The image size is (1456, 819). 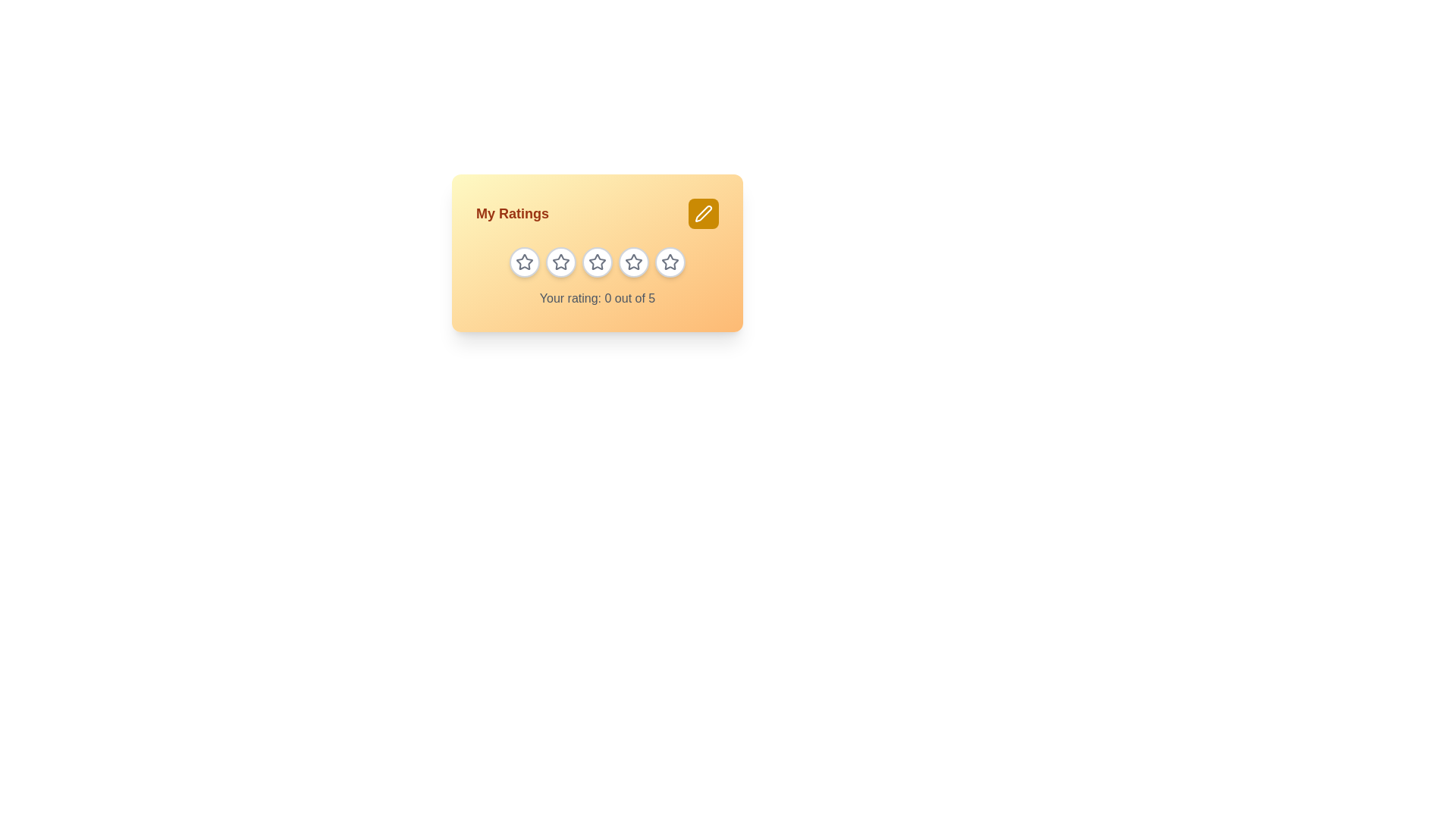 What do you see at coordinates (596, 261) in the screenshot?
I see `the third star icon in the 5-star rating system` at bounding box center [596, 261].